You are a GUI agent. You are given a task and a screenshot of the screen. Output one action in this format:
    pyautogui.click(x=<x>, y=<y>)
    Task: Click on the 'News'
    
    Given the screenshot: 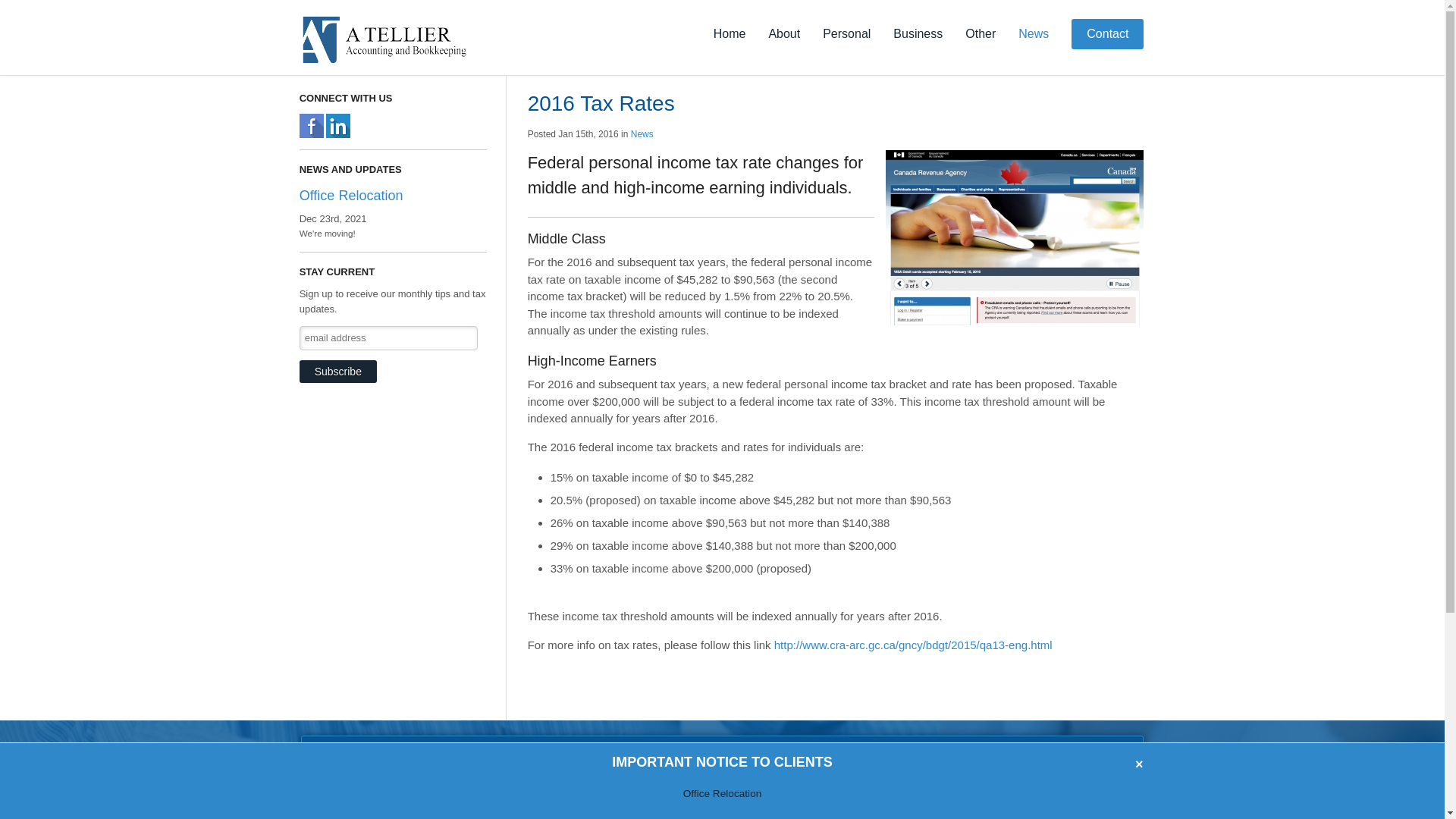 What is the action you would take?
    pyautogui.click(x=642, y=133)
    